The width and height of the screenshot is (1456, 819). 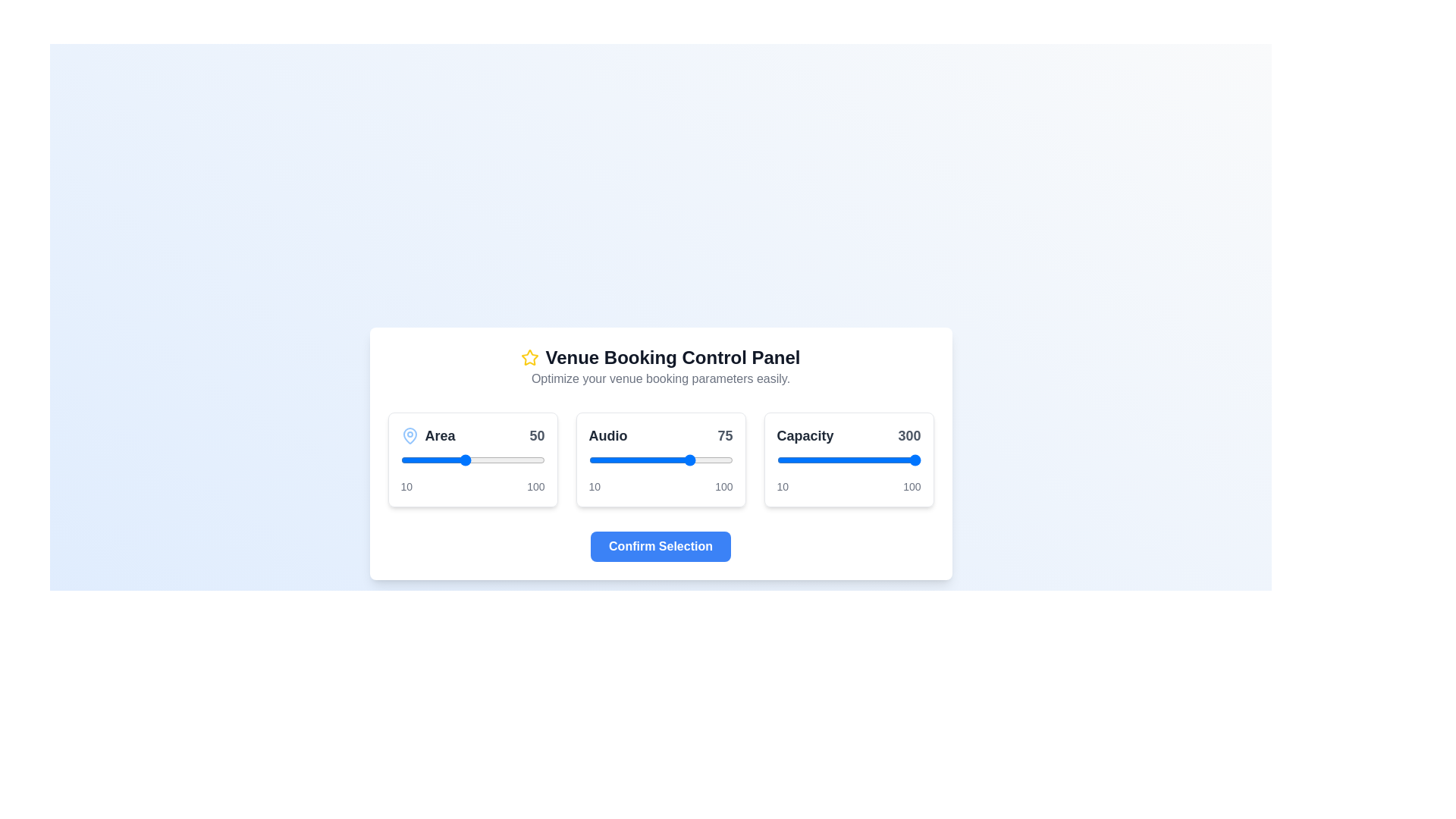 I want to click on the audio level, so click(x=617, y=459).